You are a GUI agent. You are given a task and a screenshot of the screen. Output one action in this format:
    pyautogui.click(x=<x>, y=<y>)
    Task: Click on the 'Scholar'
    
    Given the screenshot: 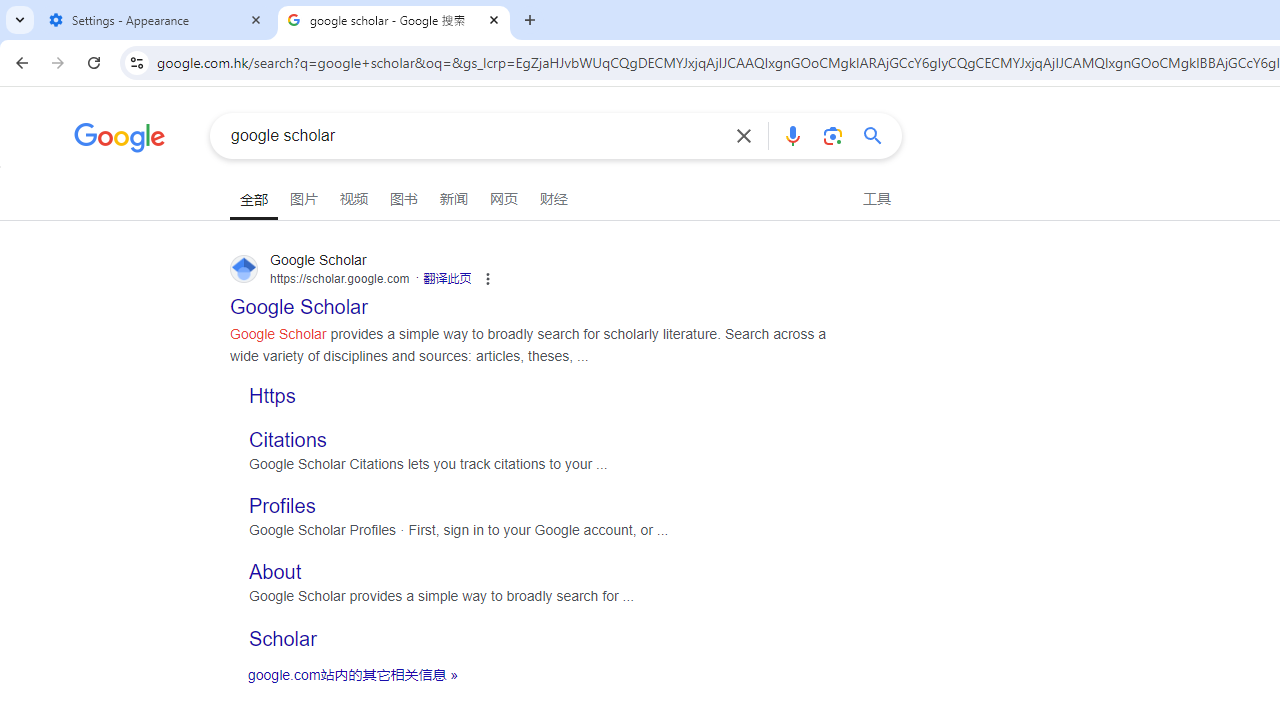 What is the action you would take?
    pyautogui.click(x=282, y=638)
    